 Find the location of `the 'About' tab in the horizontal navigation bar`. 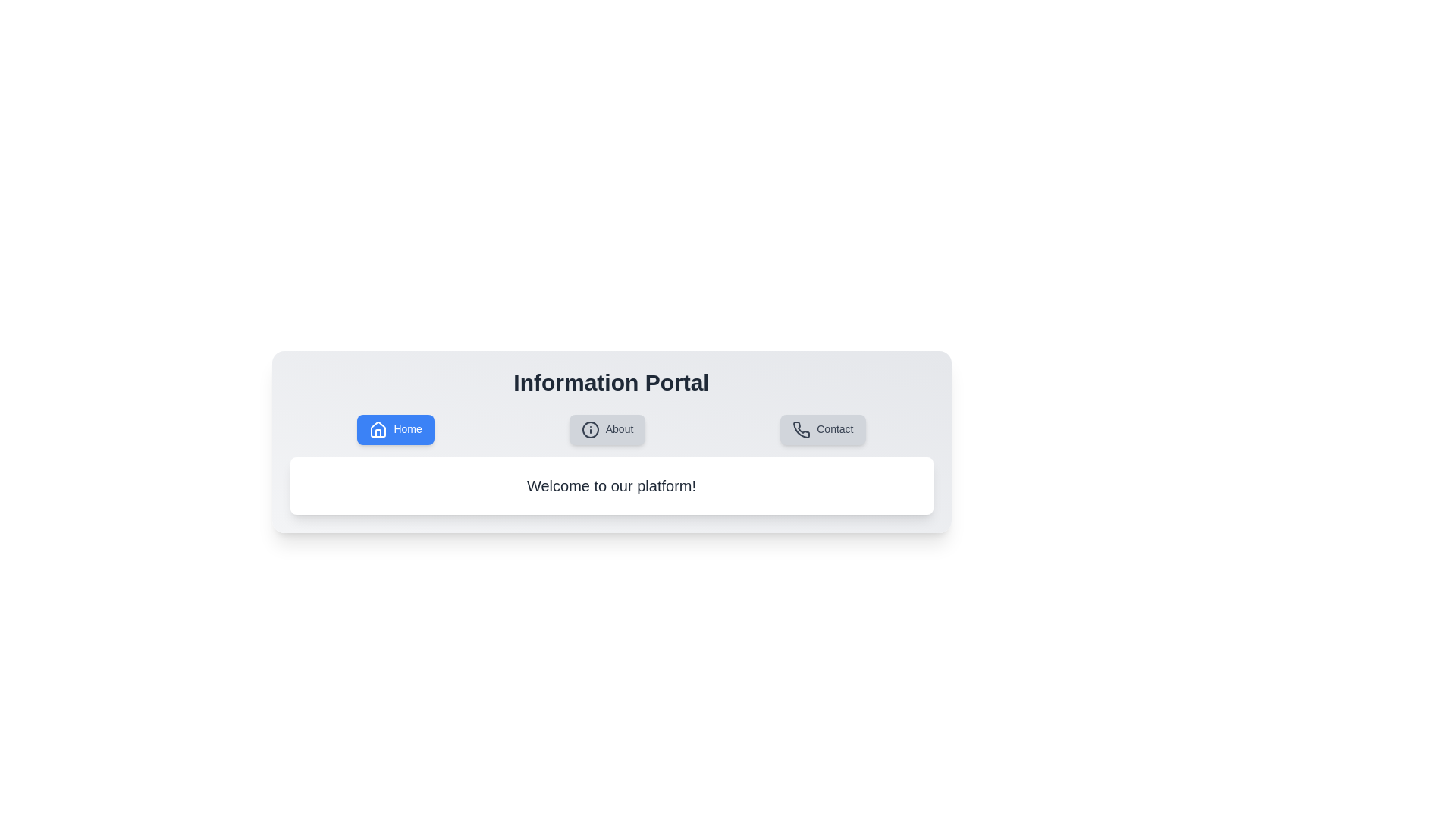

the 'About' tab in the horizontal navigation bar is located at coordinates (611, 441).